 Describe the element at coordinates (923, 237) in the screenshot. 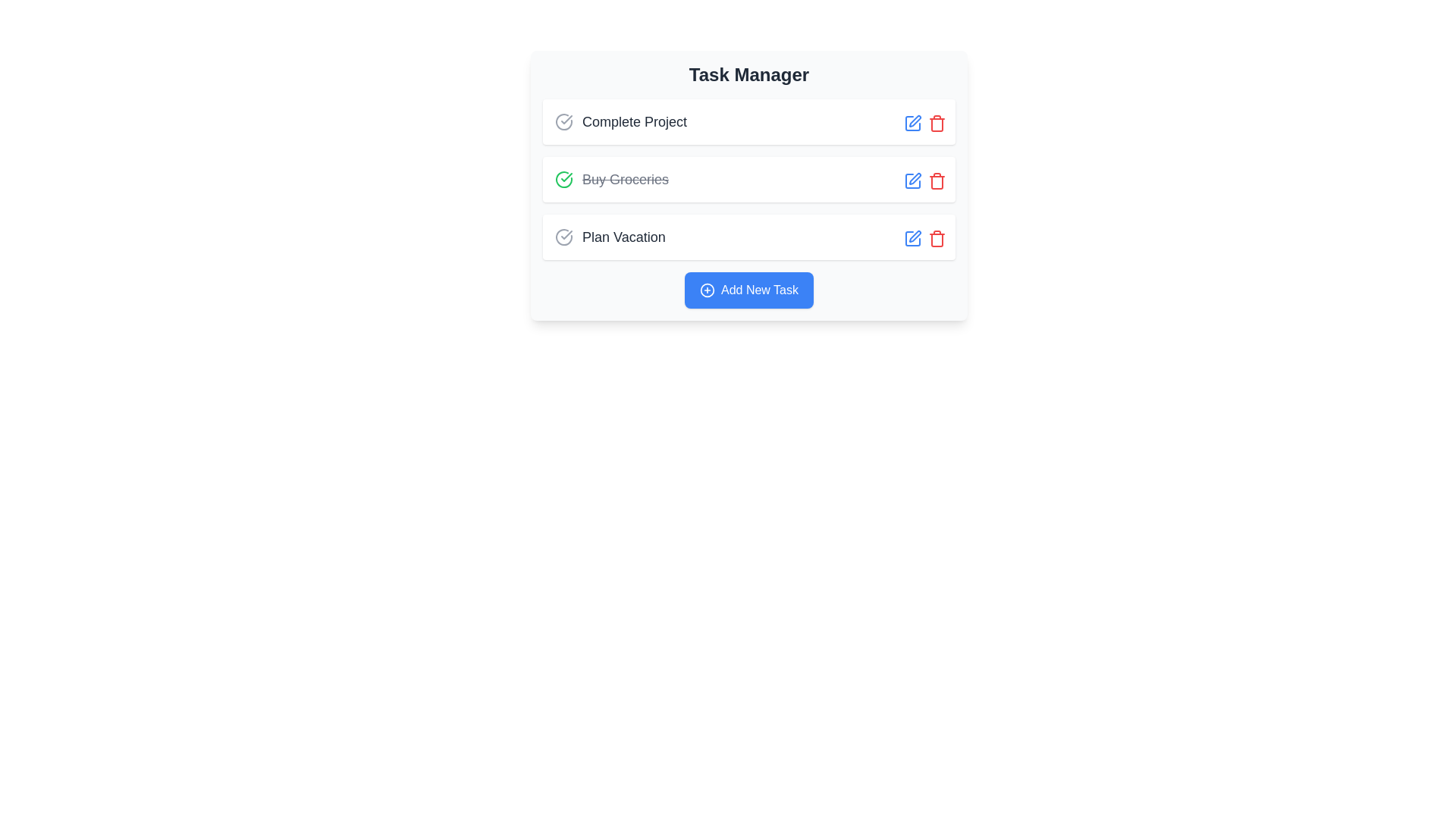

I see `the red trashcan icon in the action controls for the 'Plan Vacation' task row` at that location.